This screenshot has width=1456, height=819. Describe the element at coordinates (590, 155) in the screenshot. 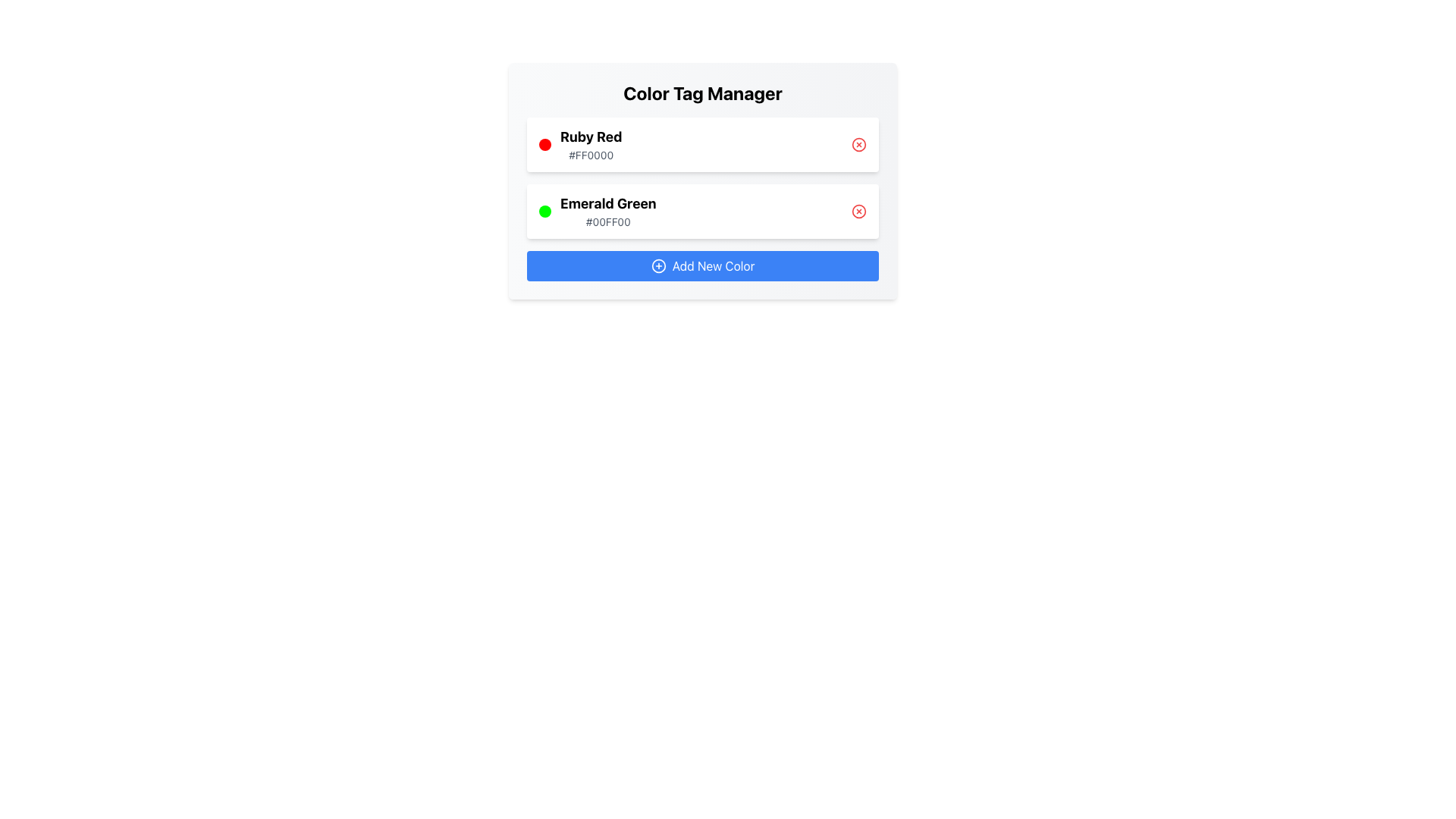

I see `the text label displaying the color code '#FF0000', which is styled in gray and located beneath the 'Ruby Red' label within the color management interface` at that location.